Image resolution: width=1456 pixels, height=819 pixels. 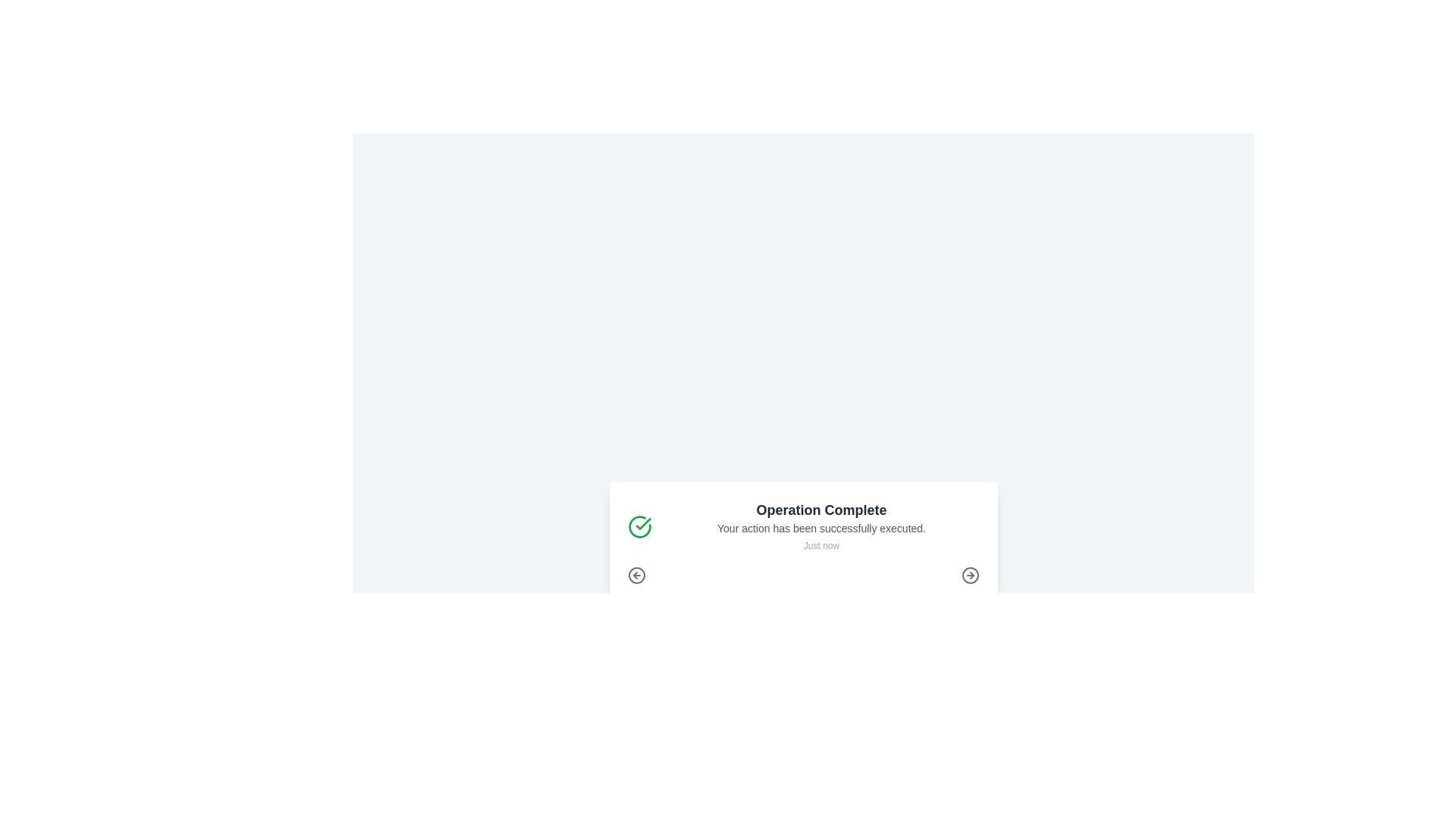 I want to click on the circular graphical element with a centered dot located in the bottom-right corner of the 'Operation Complete' dialog box, so click(x=969, y=576).